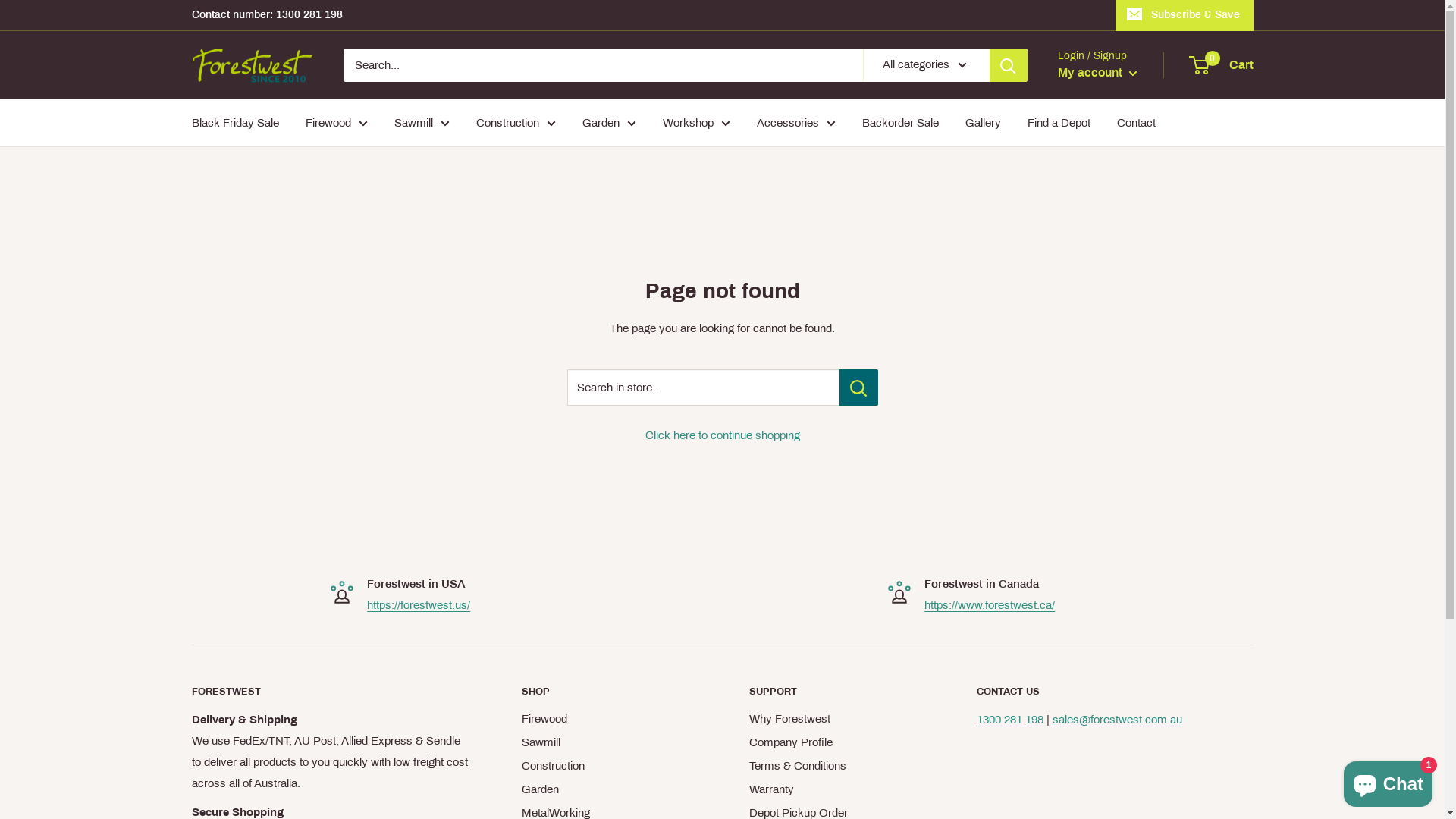 This screenshot has height=819, width=1456. Describe the element at coordinates (1009, 718) in the screenshot. I see `'1300 281 198'` at that location.